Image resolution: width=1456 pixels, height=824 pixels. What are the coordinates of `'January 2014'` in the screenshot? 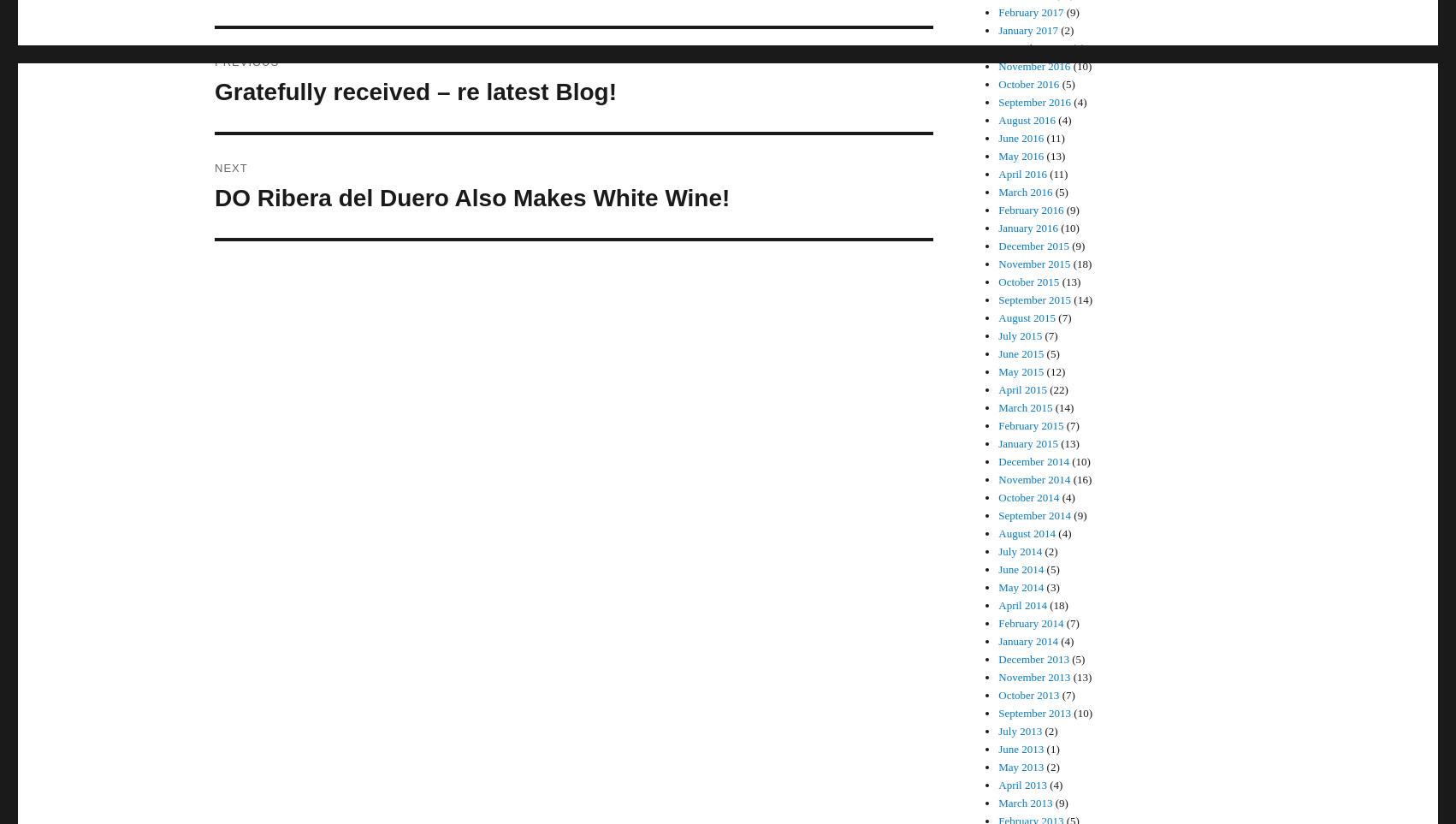 It's located at (998, 641).